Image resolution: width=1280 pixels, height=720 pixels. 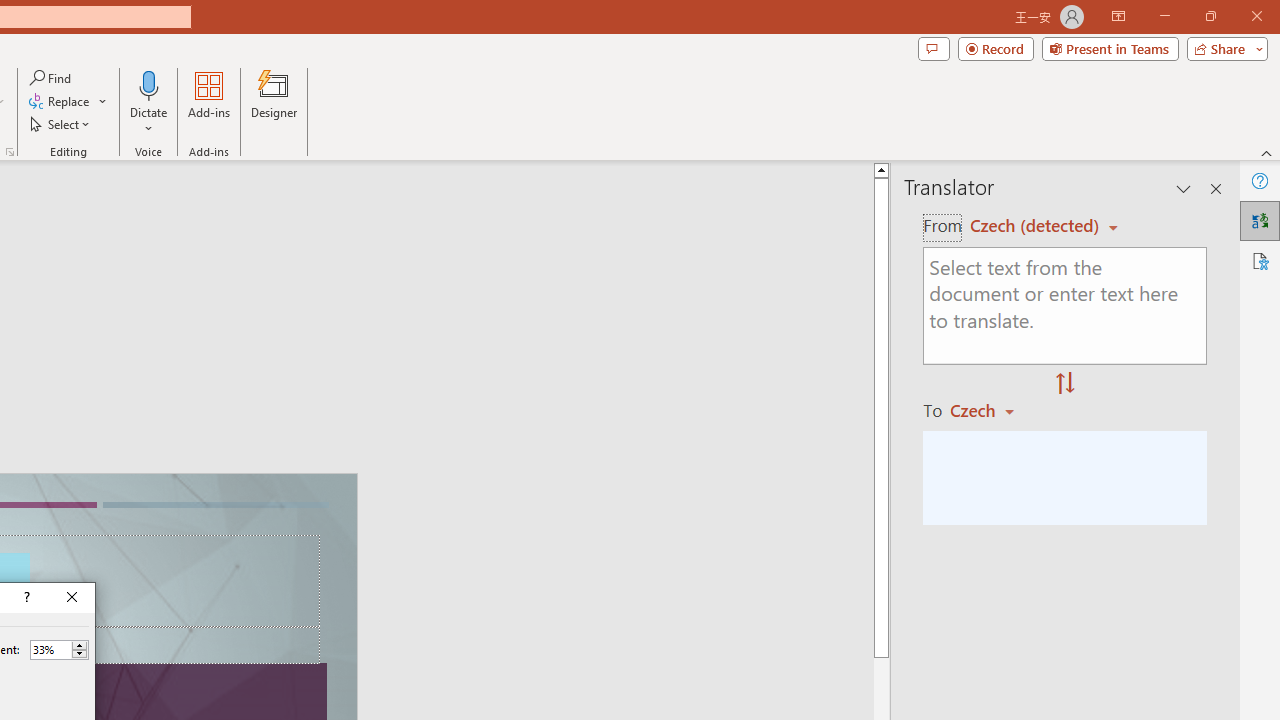 I want to click on 'Less', so click(x=79, y=654).